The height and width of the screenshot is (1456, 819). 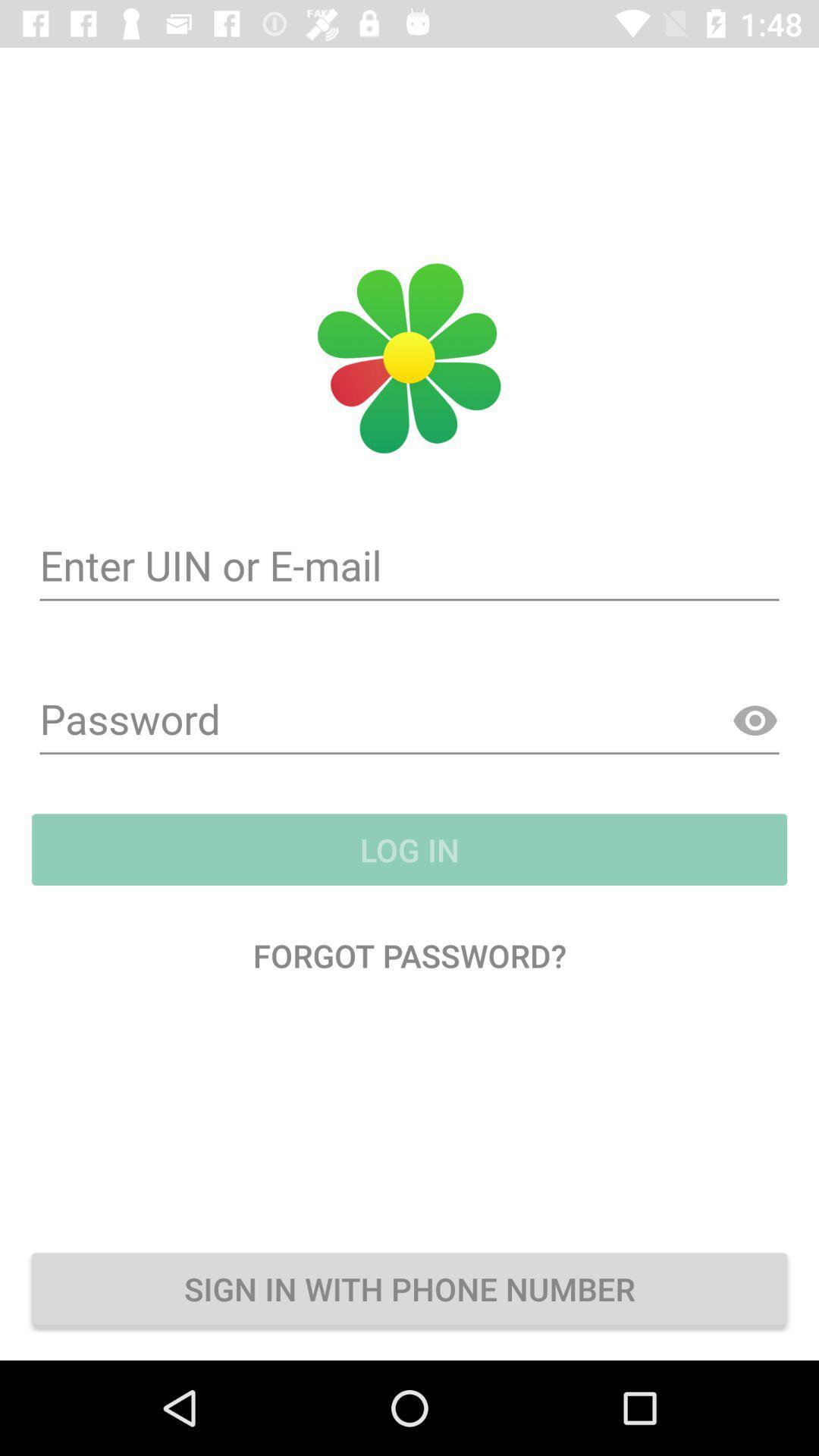 I want to click on sign in with icon, so click(x=409, y=1288).